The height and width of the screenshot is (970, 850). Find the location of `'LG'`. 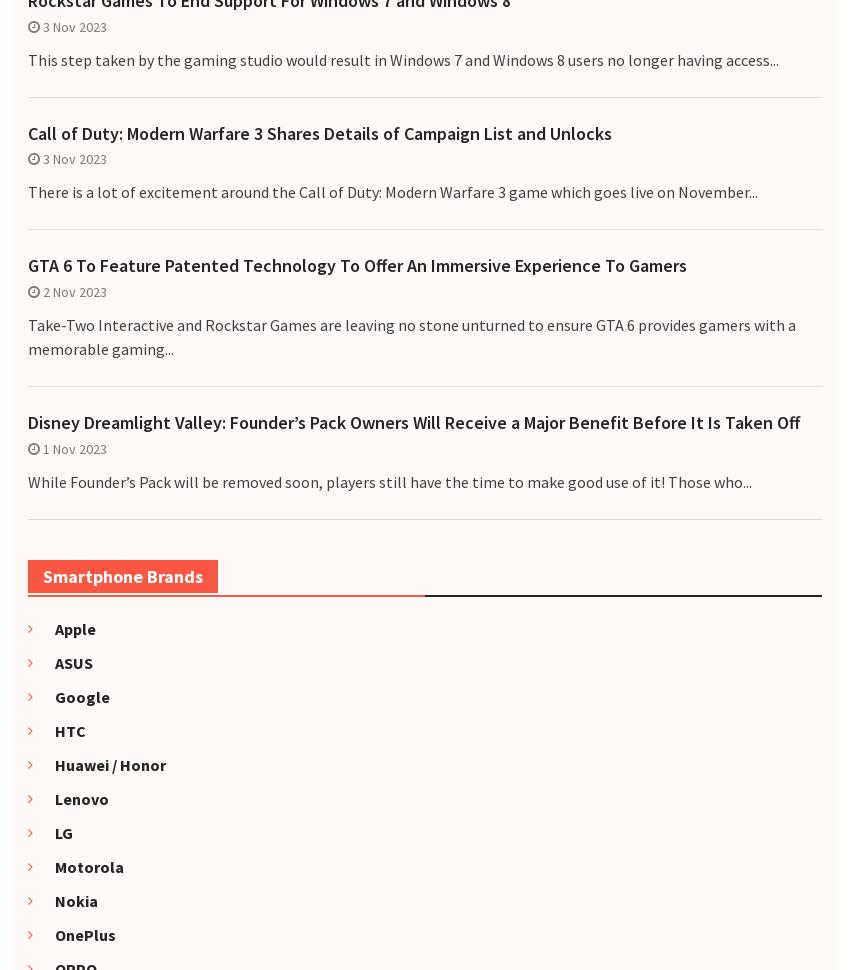

'LG' is located at coordinates (55, 830).